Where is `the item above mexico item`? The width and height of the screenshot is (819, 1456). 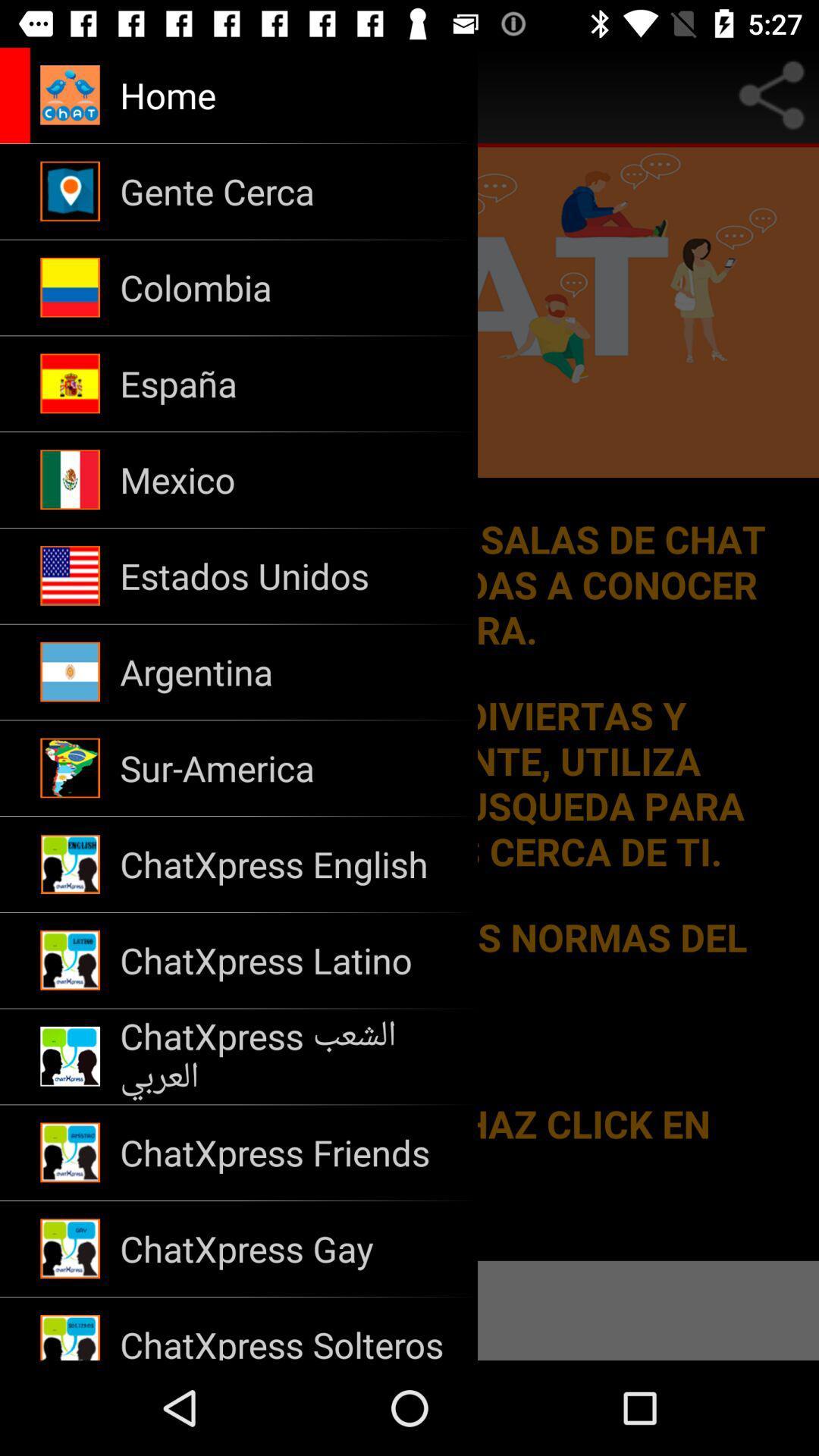
the item above mexico item is located at coordinates (289, 384).